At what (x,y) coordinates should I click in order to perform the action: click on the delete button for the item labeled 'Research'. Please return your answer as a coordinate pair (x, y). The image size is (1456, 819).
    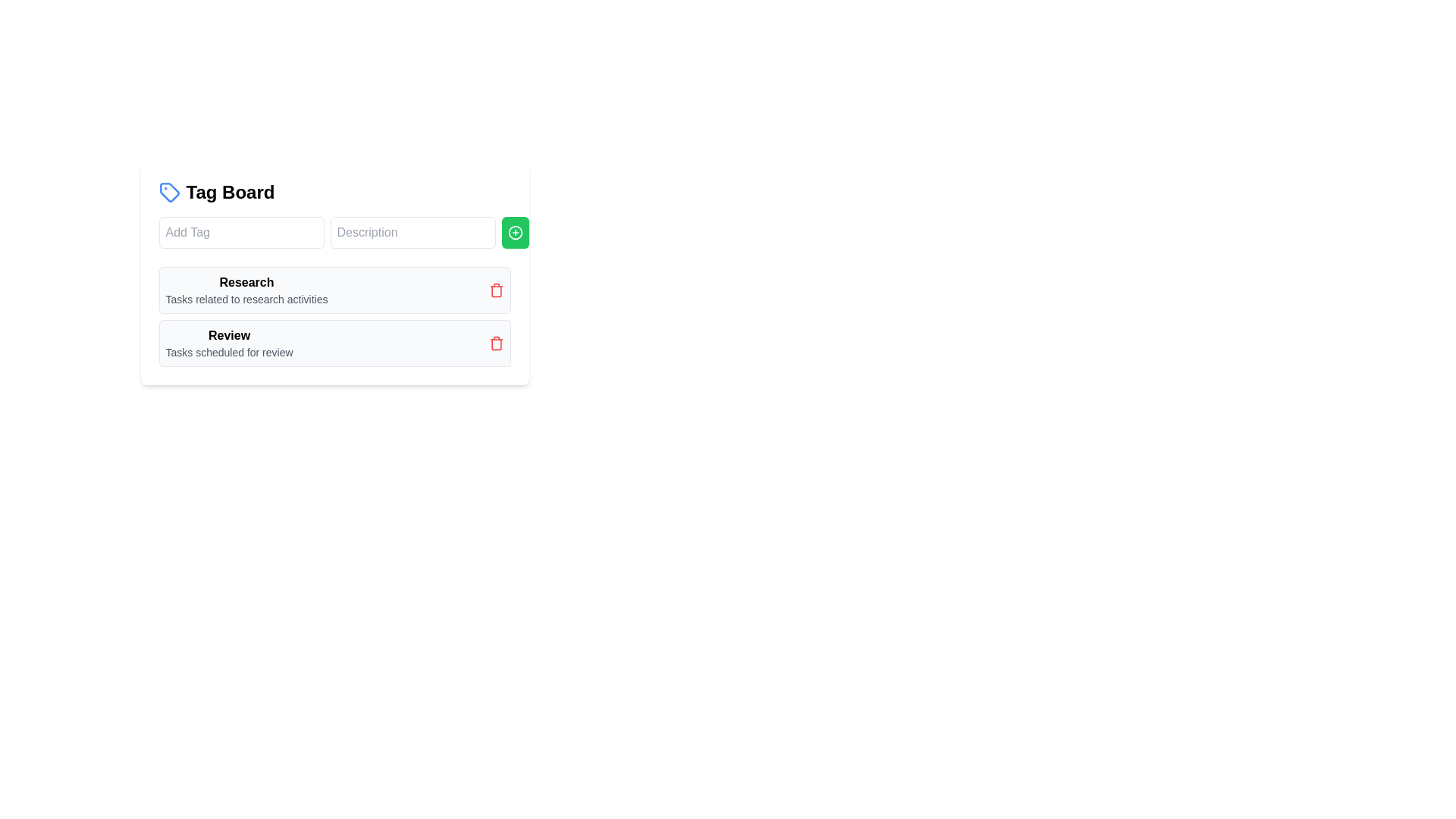
    Looking at the image, I should click on (496, 290).